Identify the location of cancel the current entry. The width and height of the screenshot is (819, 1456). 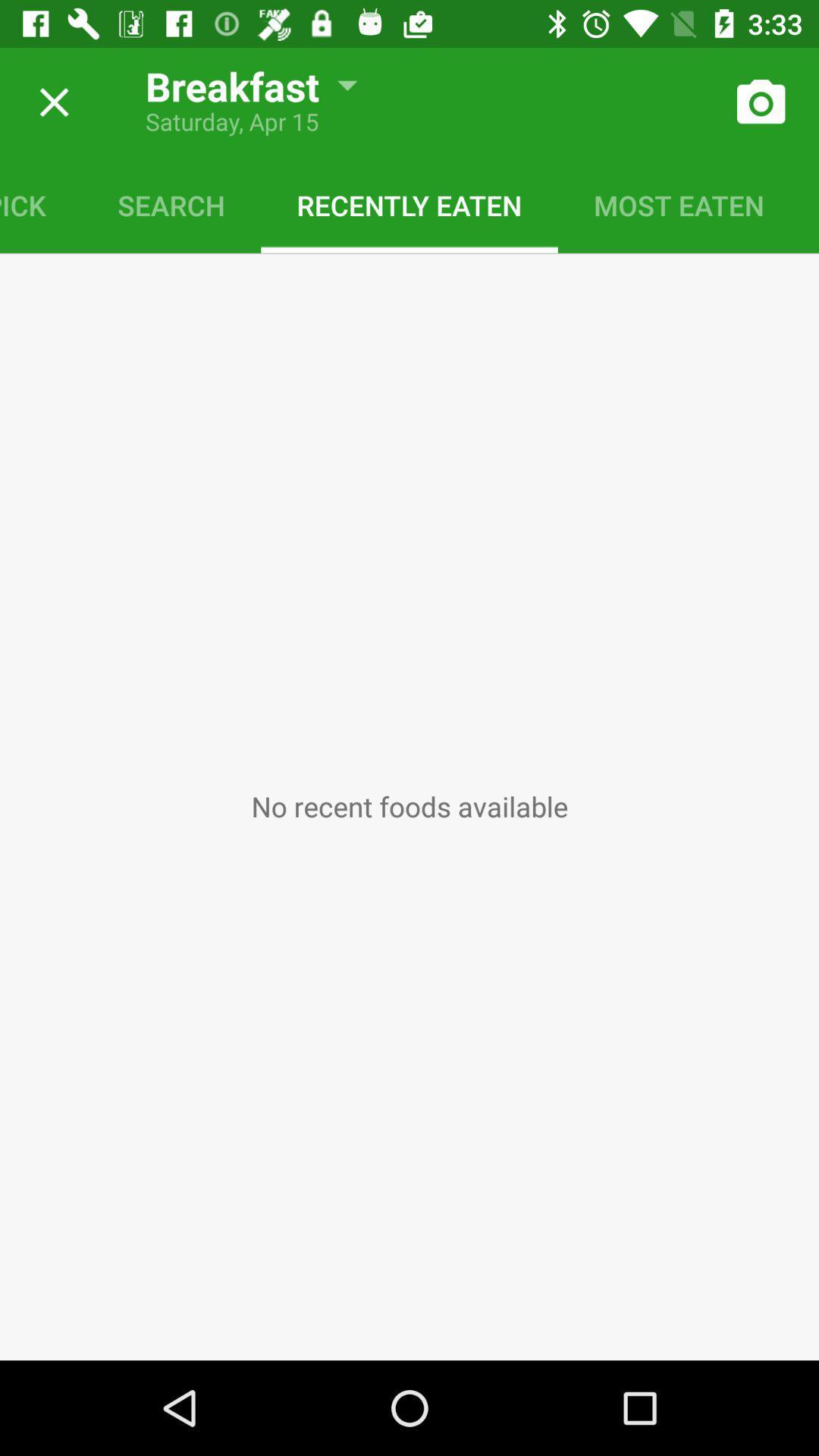
(48, 102).